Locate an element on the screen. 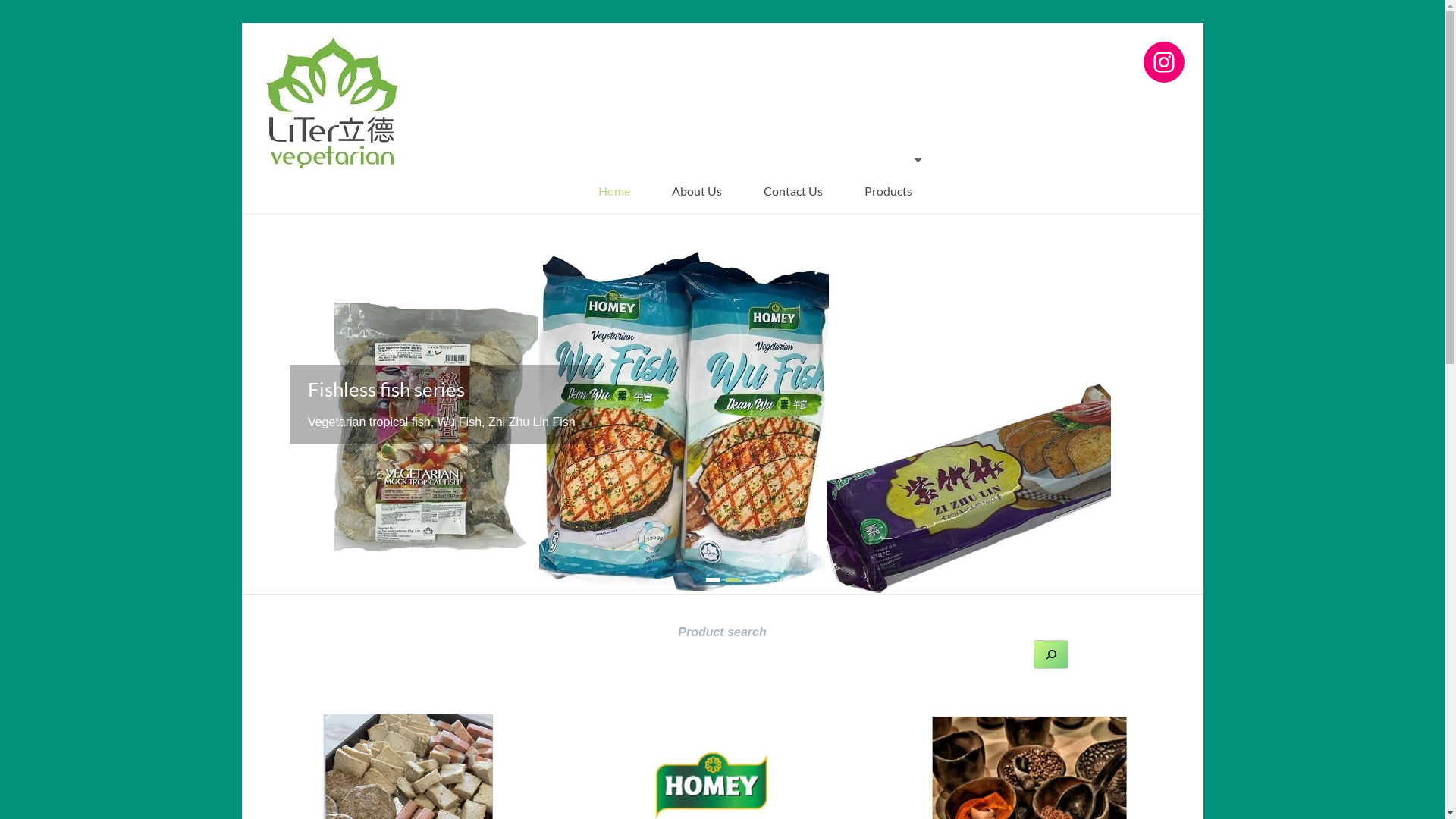  'Home' is located at coordinates (614, 190).